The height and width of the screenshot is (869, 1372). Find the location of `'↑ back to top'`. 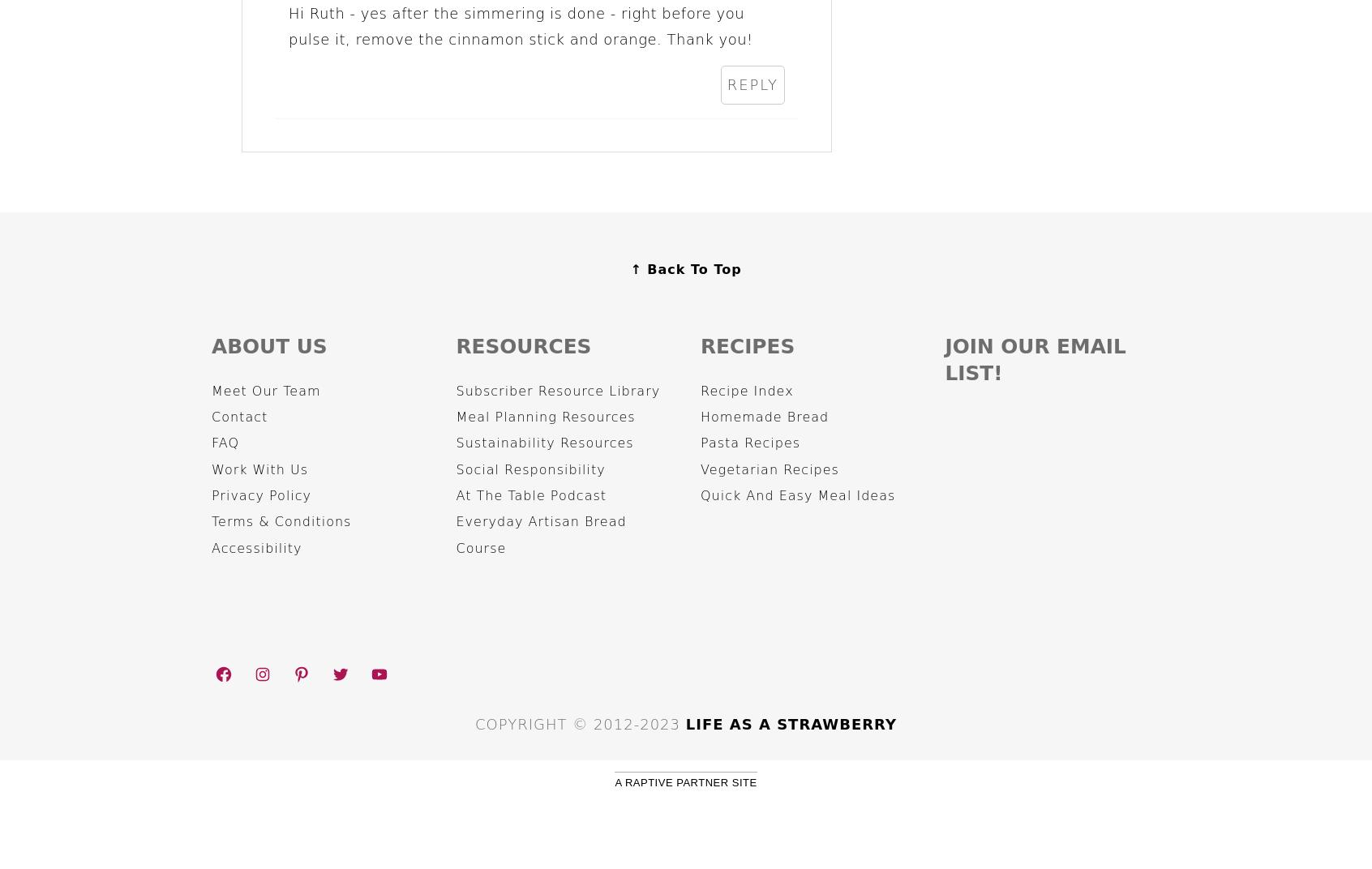

'↑ back to top' is located at coordinates (685, 268).